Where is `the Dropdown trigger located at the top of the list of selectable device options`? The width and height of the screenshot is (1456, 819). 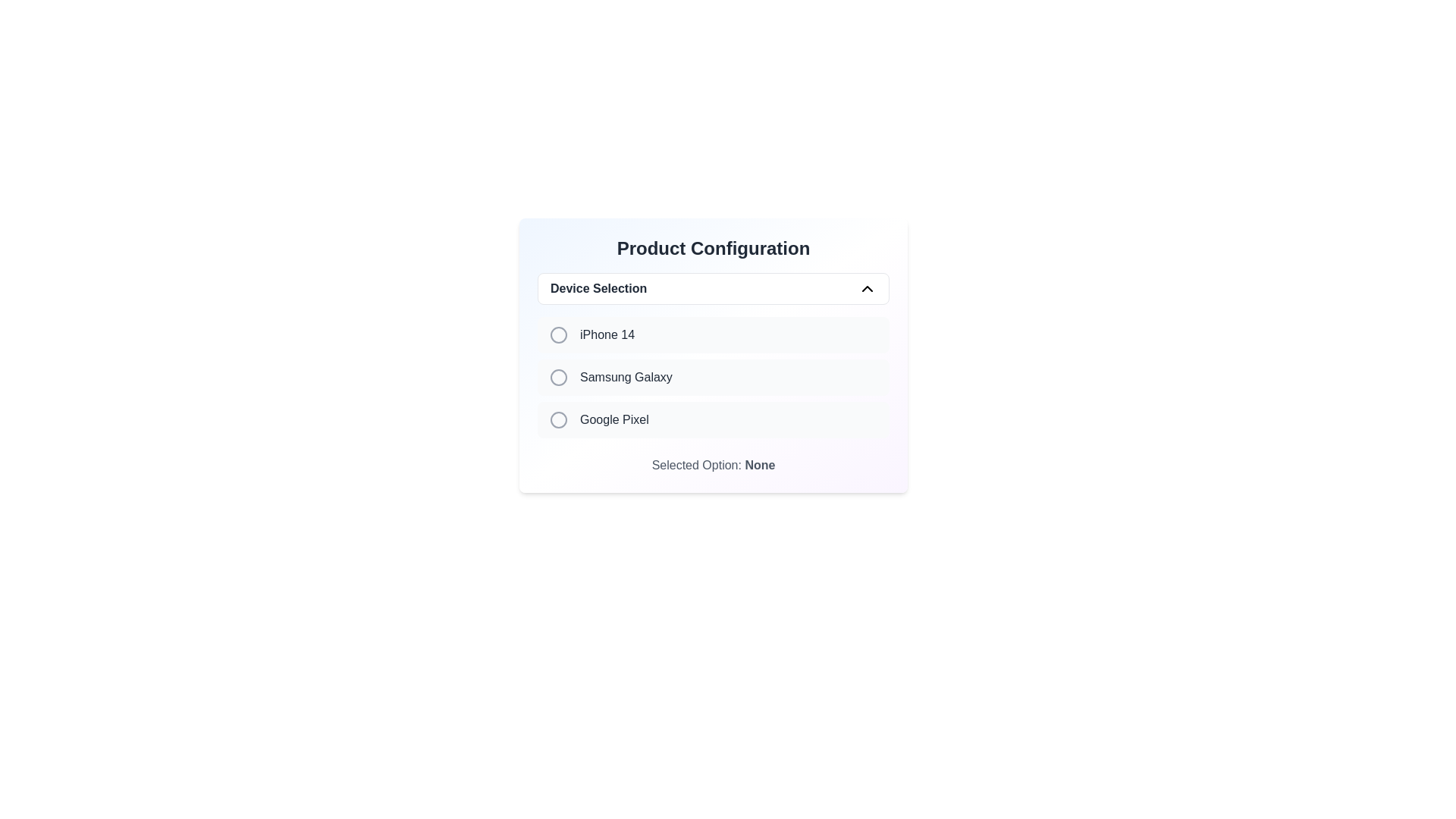 the Dropdown trigger located at the top of the list of selectable device options is located at coordinates (712, 289).